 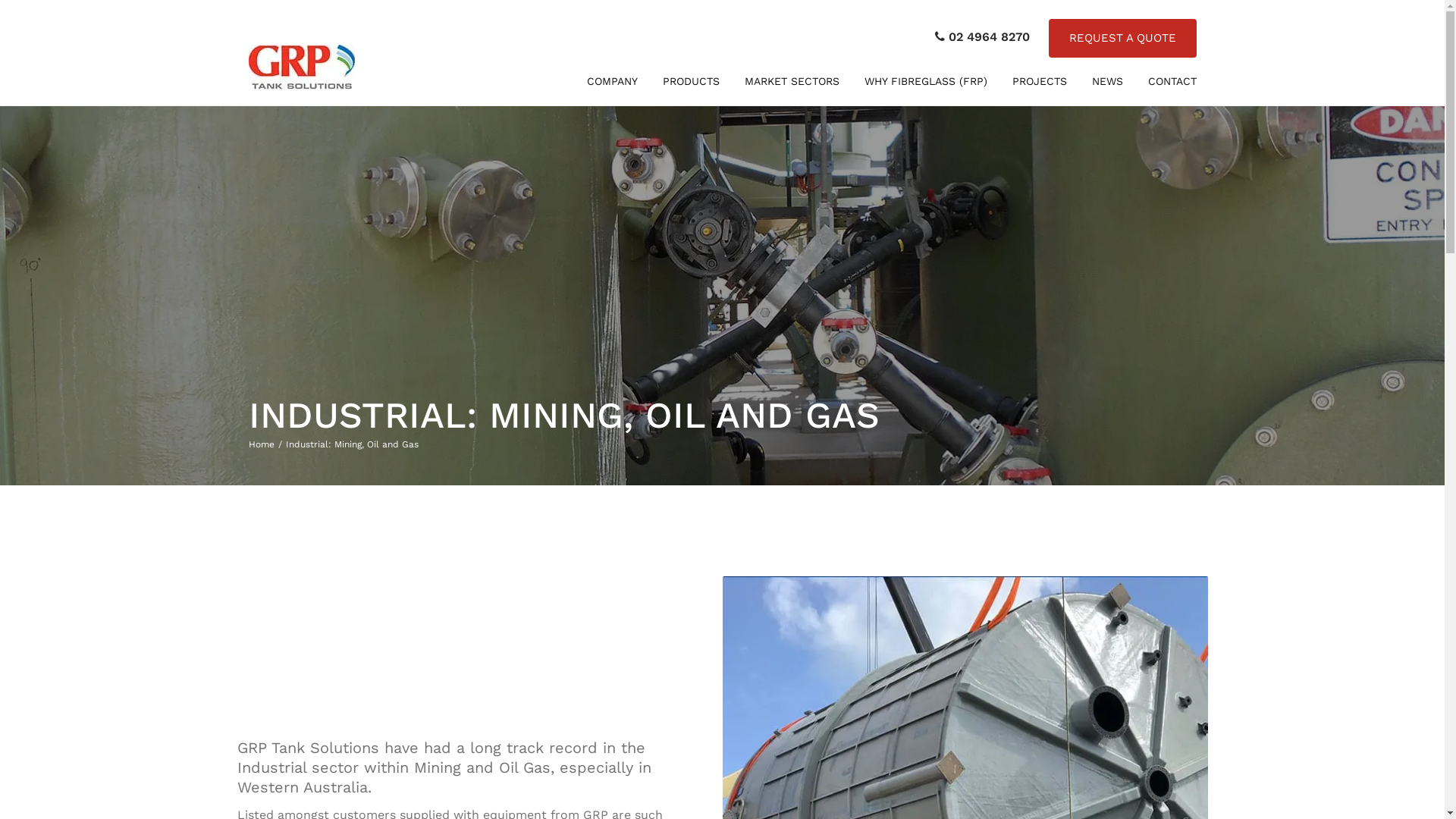 What do you see at coordinates (1004, 81) in the screenshot?
I see `'PROJECTS'` at bounding box center [1004, 81].